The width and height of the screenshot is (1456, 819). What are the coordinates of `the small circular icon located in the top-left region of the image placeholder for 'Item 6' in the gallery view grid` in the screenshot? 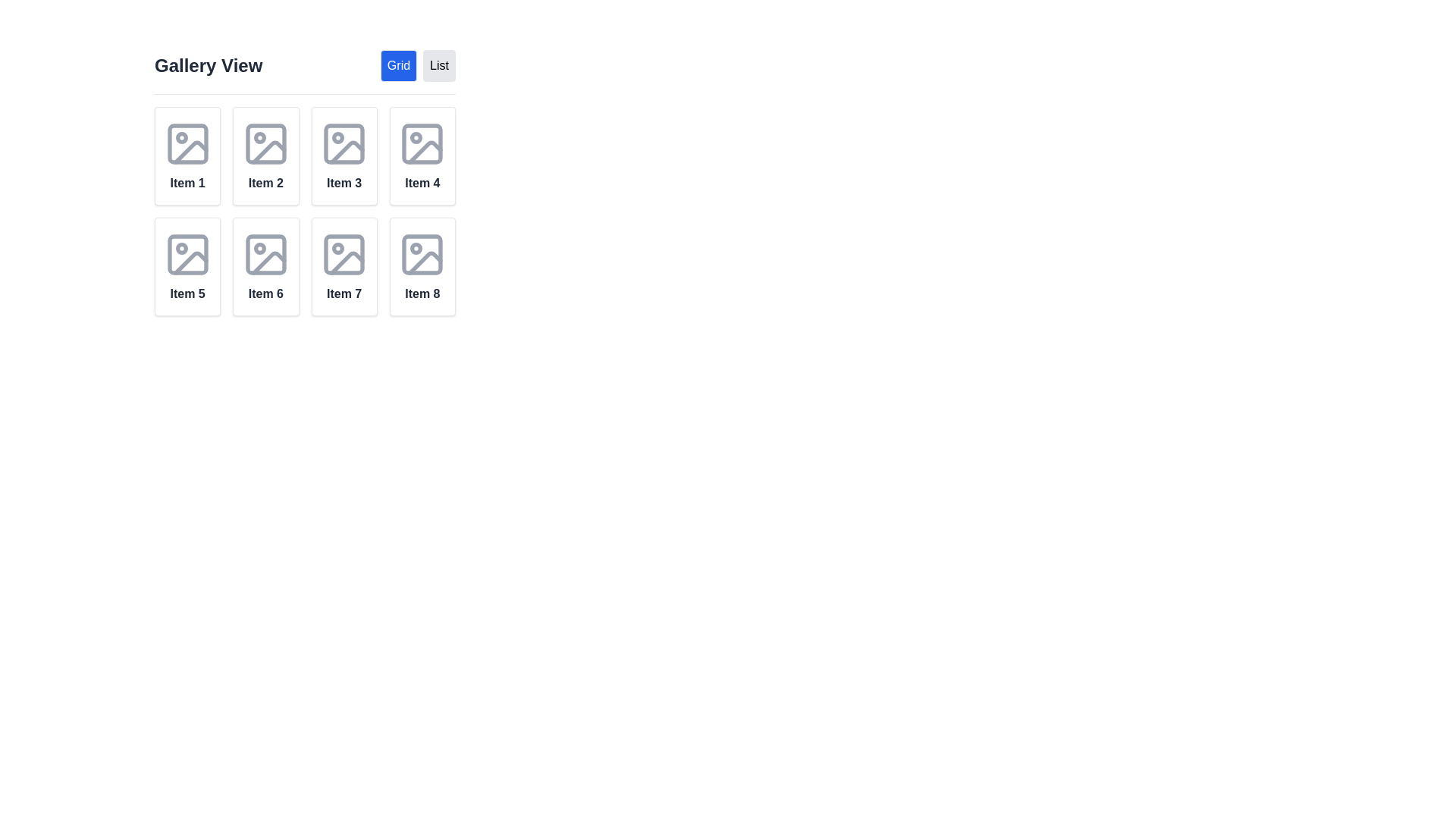 It's located at (259, 247).